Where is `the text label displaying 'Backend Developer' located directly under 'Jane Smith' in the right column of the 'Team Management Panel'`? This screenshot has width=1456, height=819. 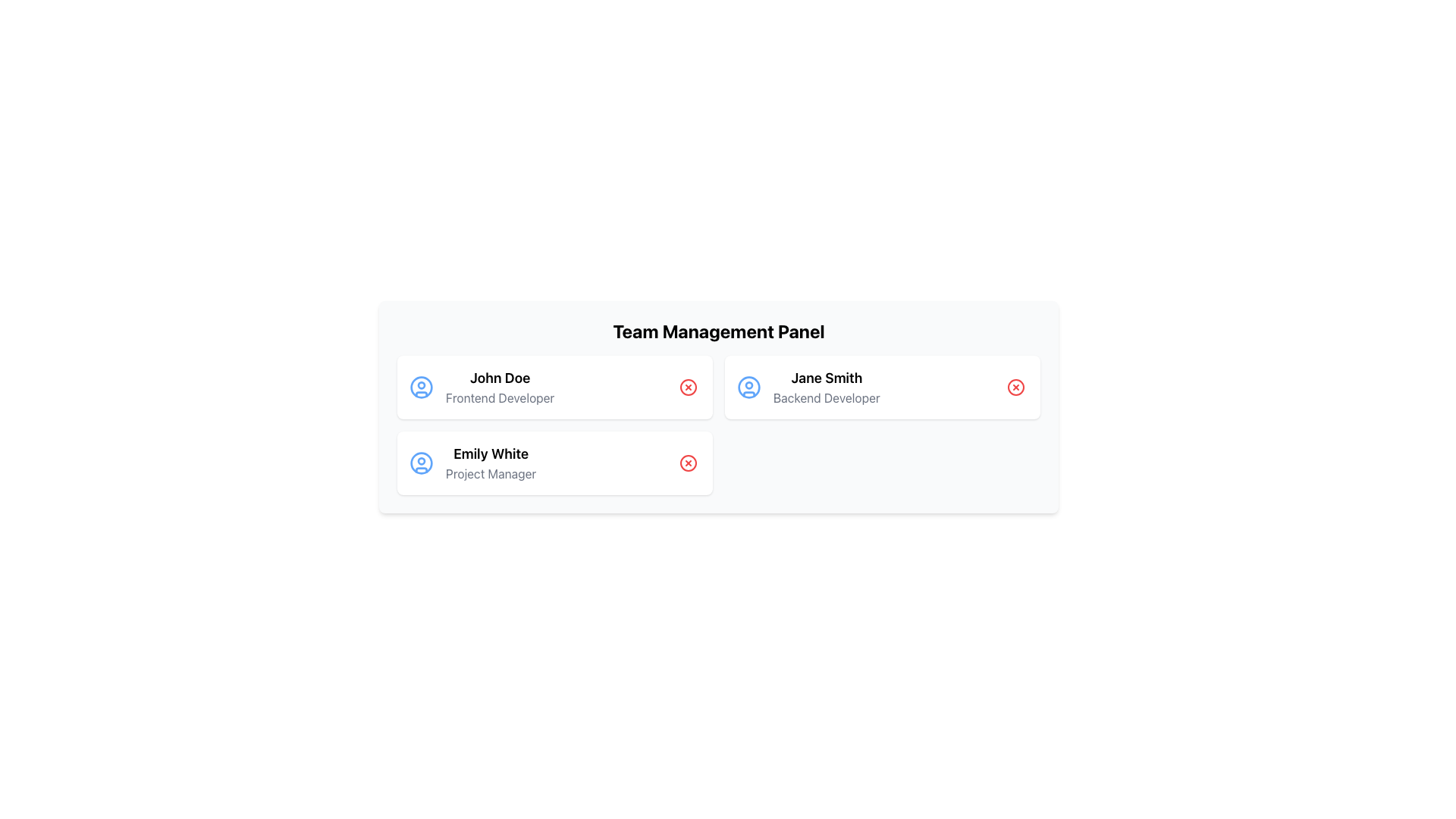
the text label displaying 'Backend Developer' located directly under 'Jane Smith' in the right column of the 'Team Management Panel' is located at coordinates (826, 397).